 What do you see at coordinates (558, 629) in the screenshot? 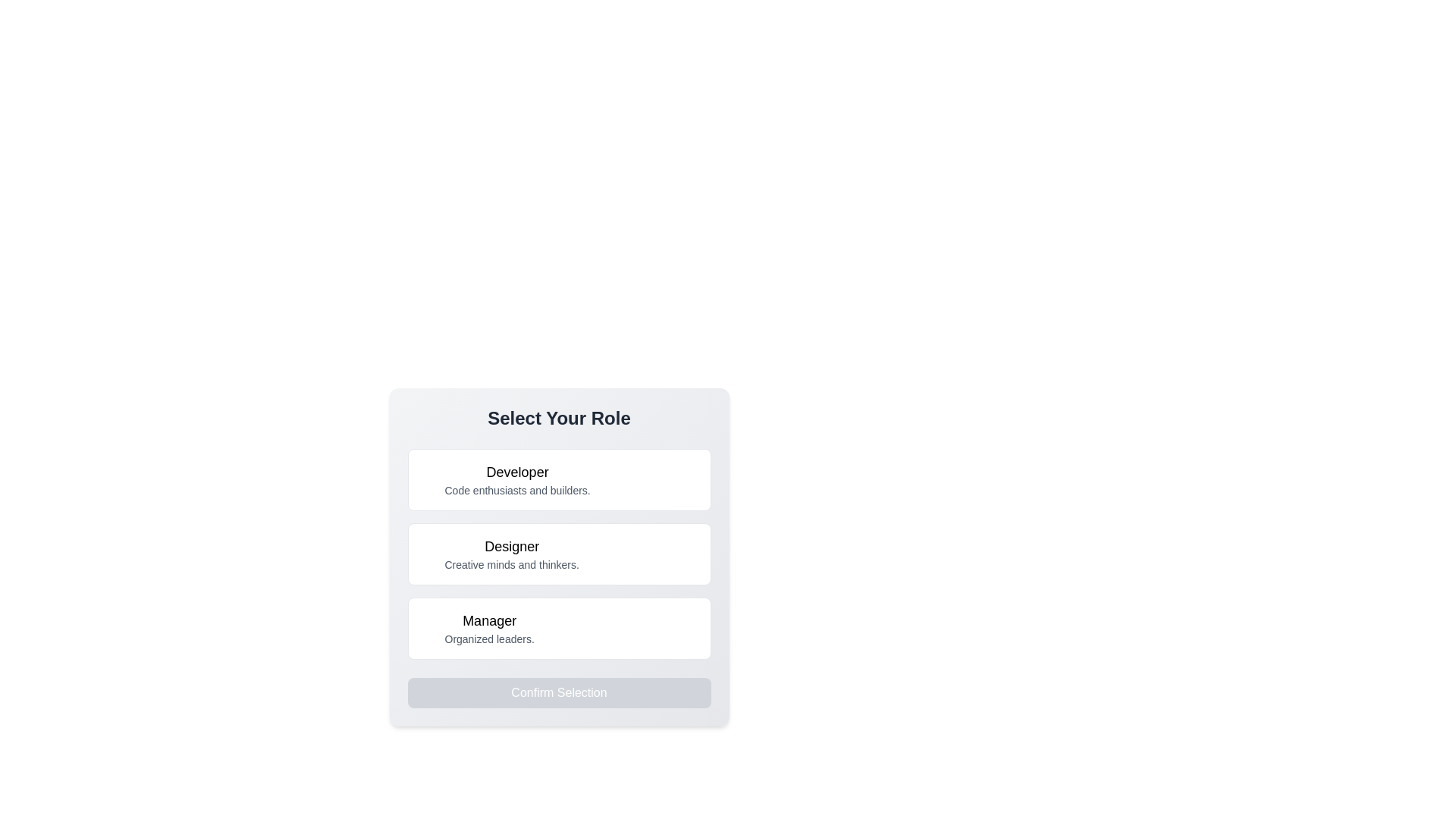
I see `the 'Manager' role card located at the bottom of the 'Select Your Role' section` at bounding box center [558, 629].